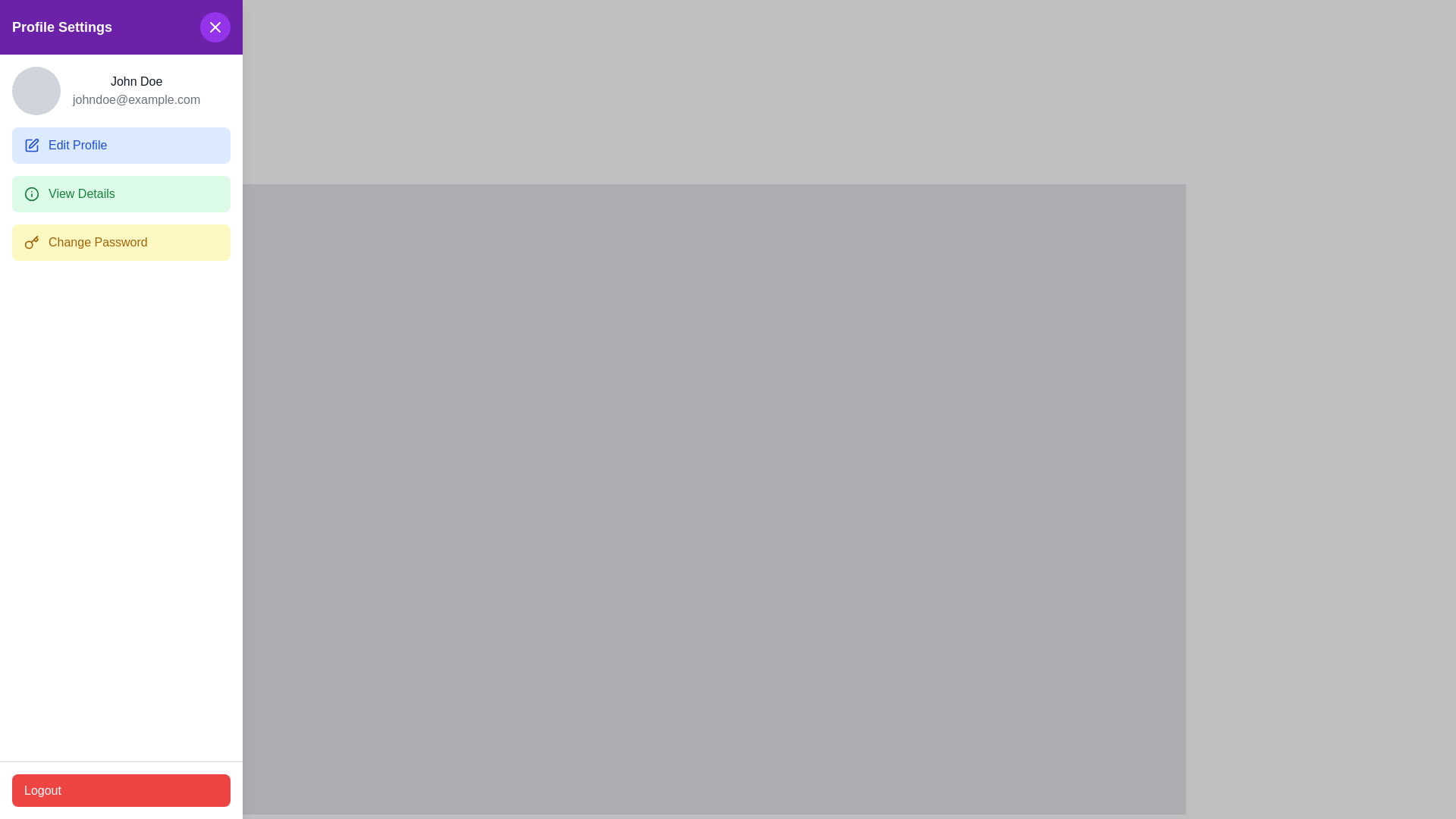 The height and width of the screenshot is (819, 1456). What do you see at coordinates (120, 146) in the screenshot?
I see `the blue rectangular 'Edit Profile' button with rounded corners located in the sidebar, directly below the user's name and email information` at bounding box center [120, 146].